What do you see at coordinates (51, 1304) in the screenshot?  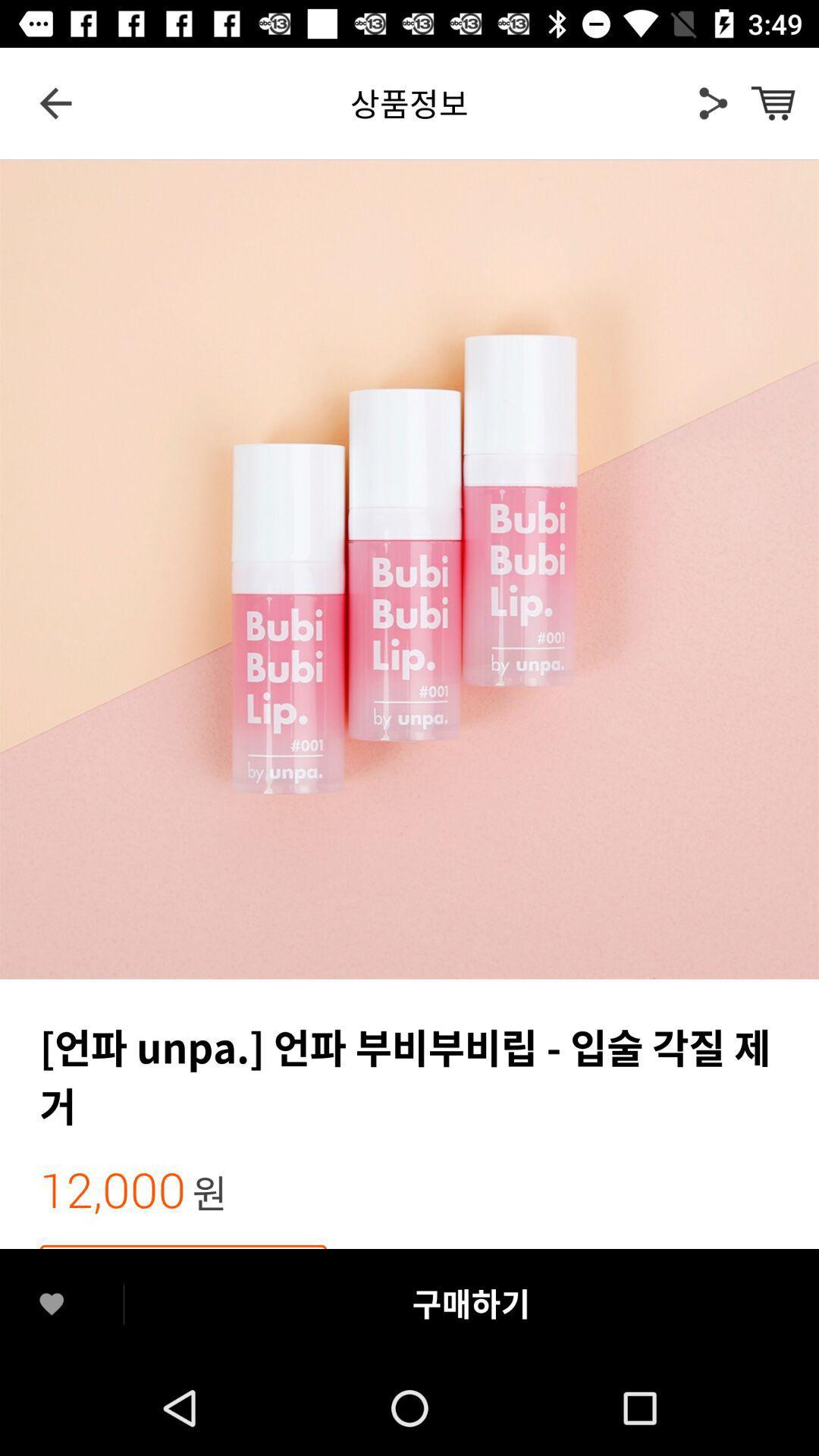 I see `the favorite icon` at bounding box center [51, 1304].